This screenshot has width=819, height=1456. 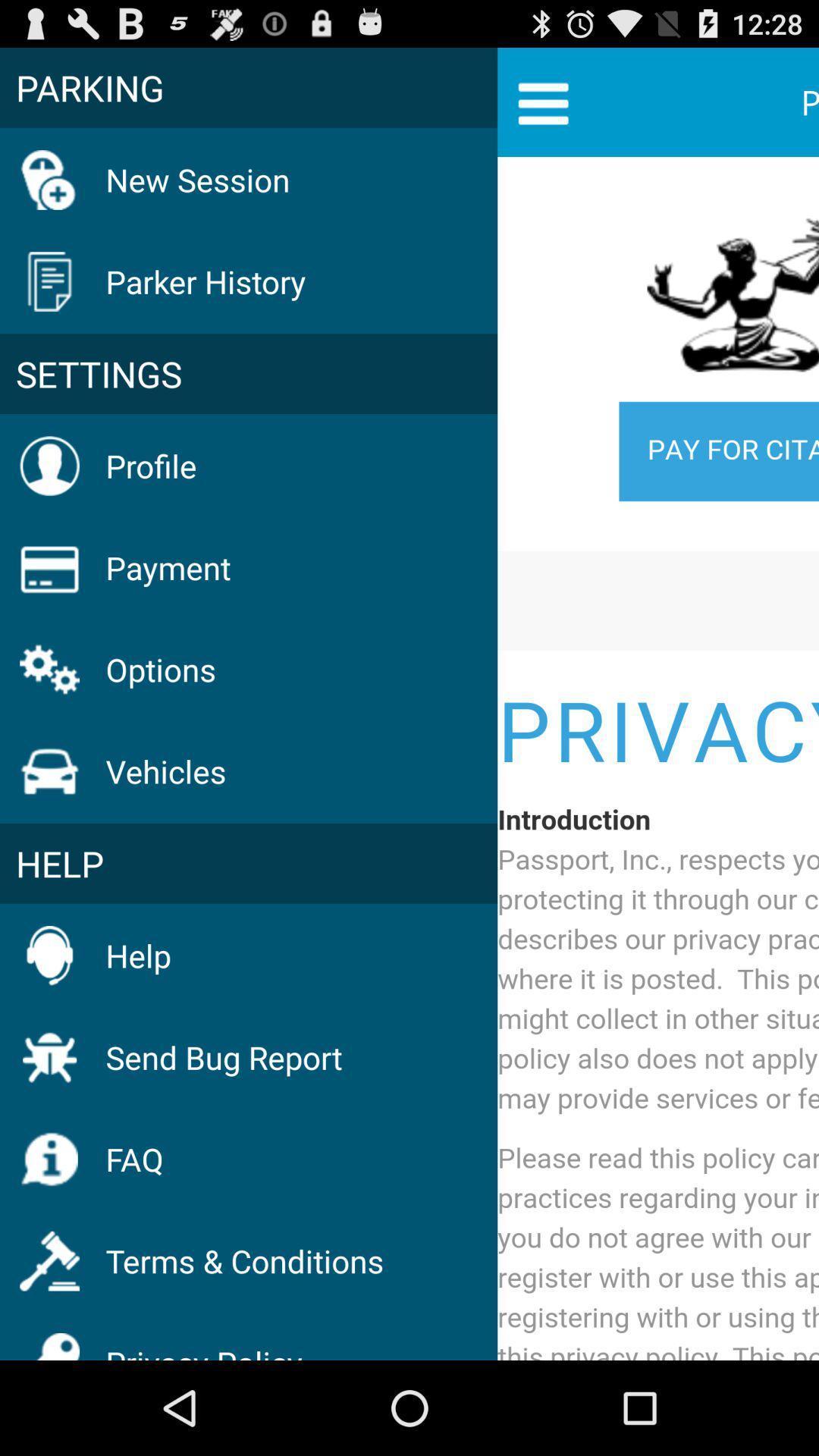 What do you see at coordinates (542, 108) in the screenshot?
I see `the menu icon` at bounding box center [542, 108].